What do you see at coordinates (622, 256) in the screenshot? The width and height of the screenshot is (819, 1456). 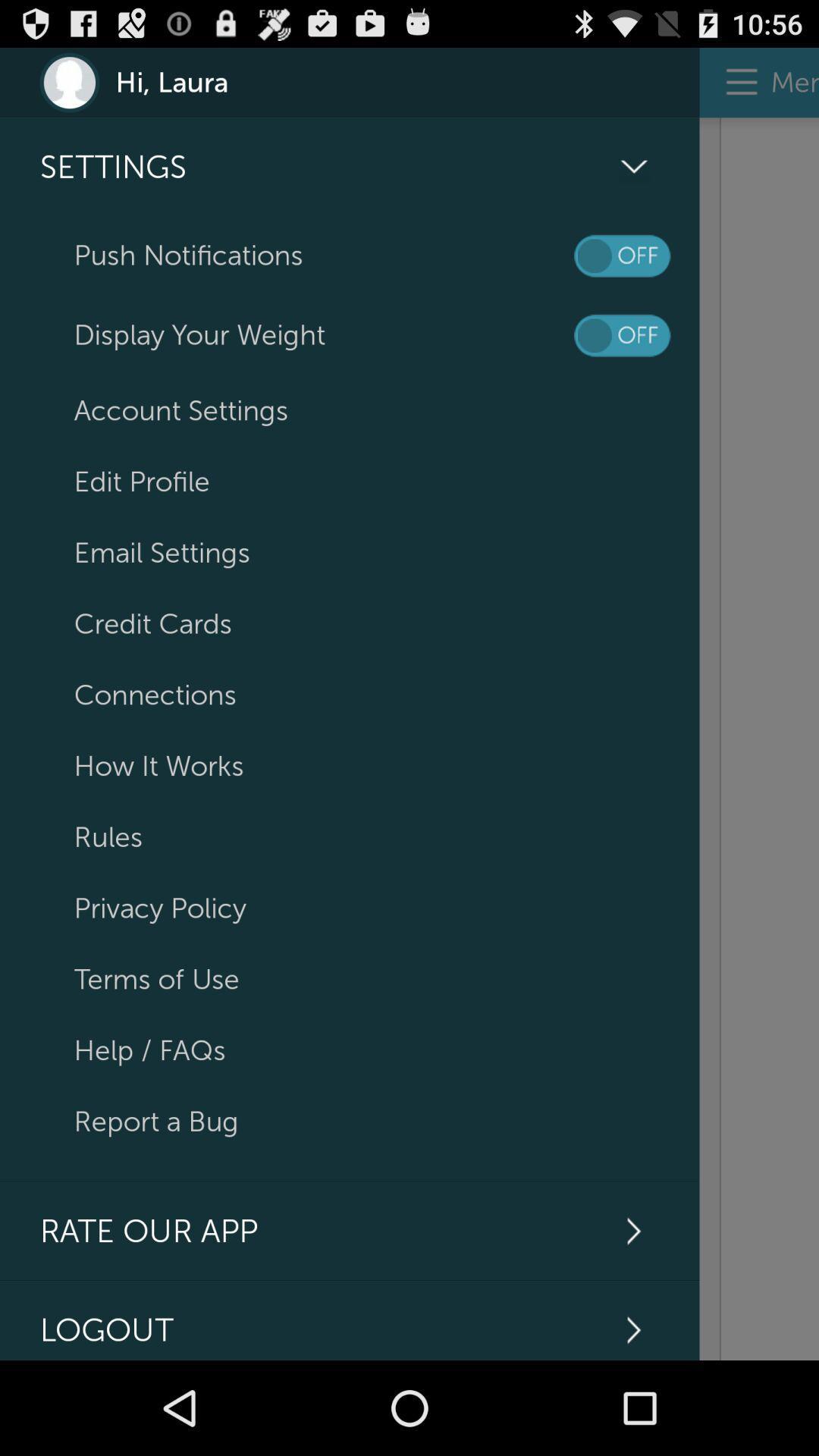 I see `push up notifications switch on/off button` at bounding box center [622, 256].